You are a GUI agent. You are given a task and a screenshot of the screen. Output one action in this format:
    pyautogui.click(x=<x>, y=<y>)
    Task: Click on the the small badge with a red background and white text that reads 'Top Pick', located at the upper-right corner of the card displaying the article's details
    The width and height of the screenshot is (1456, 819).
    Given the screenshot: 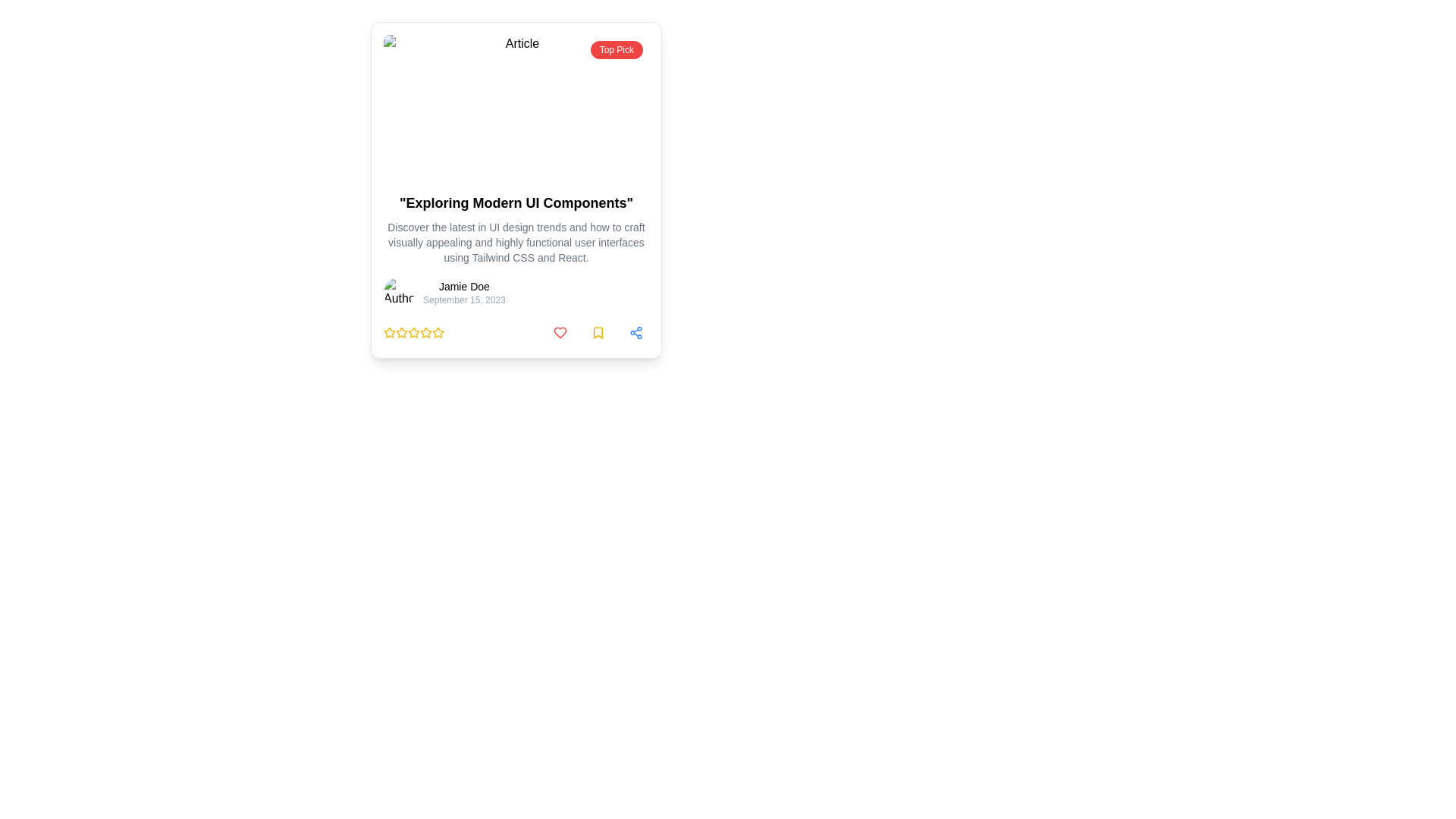 What is the action you would take?
    pyautogui.click(x=617, y=49)
    